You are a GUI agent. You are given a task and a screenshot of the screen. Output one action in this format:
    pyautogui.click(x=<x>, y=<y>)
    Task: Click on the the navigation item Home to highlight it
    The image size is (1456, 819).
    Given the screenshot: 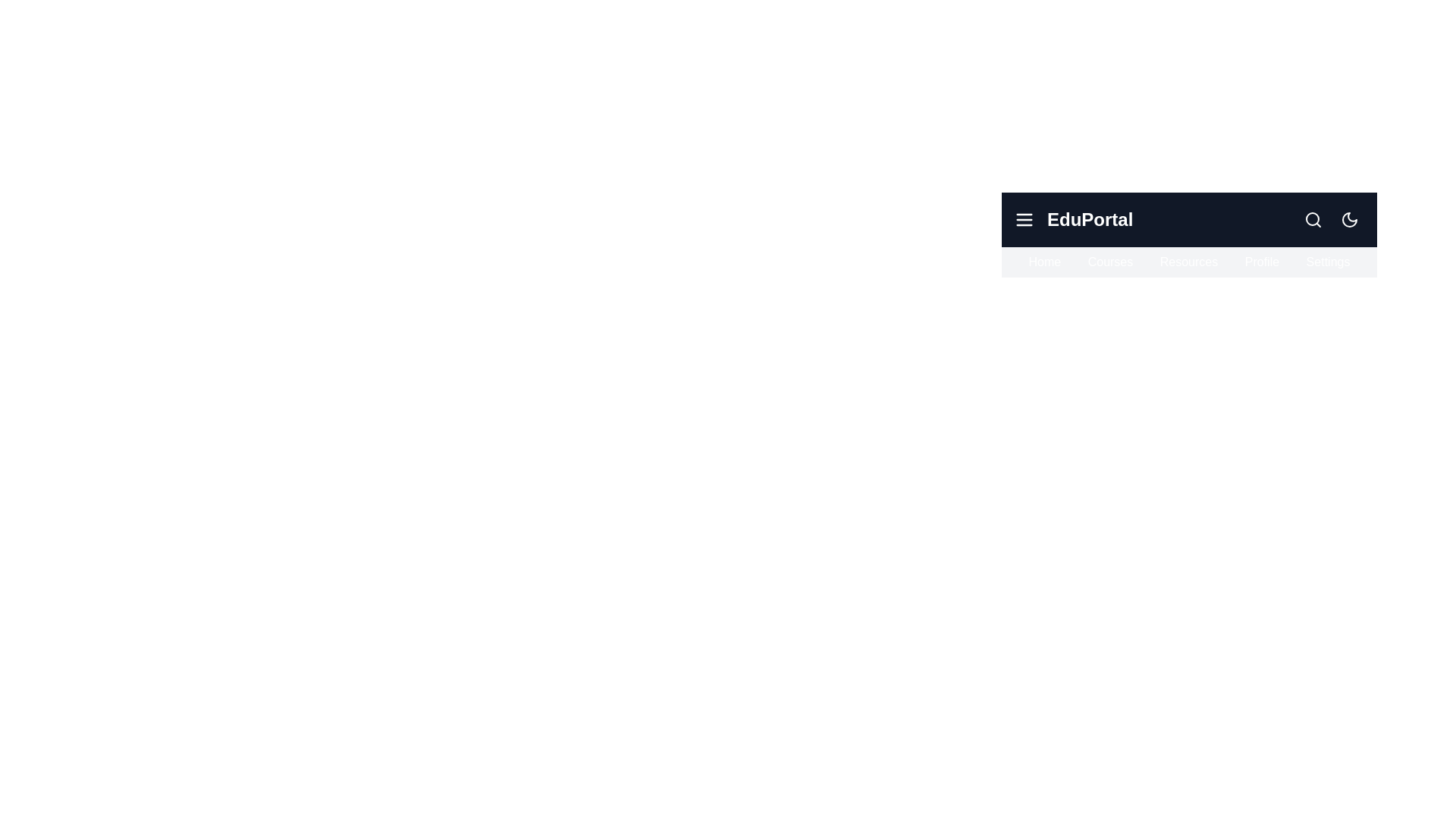 What is the action you would take?
    pyautogui.click(x=1043, y=262)
    